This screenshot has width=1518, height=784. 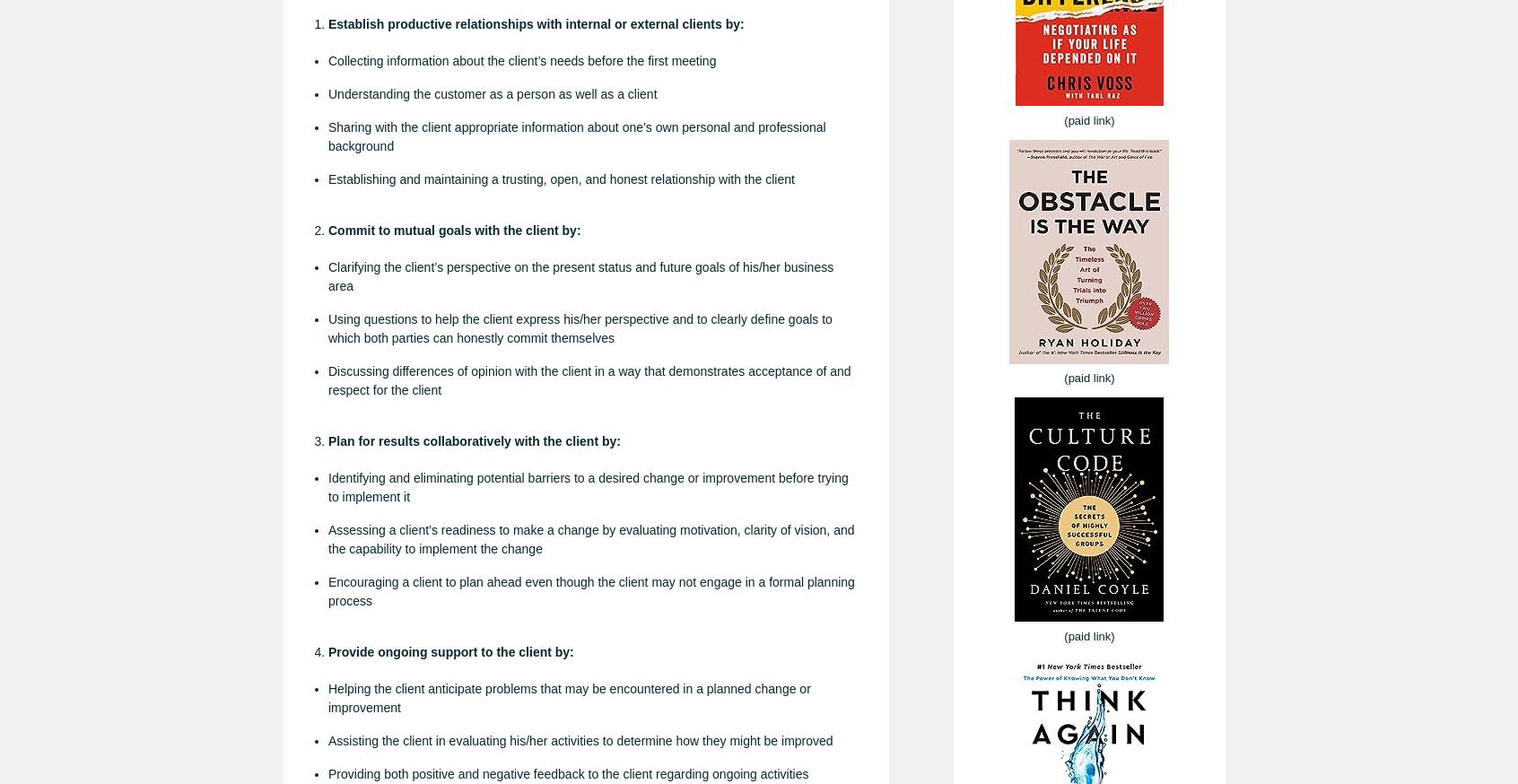 What do you see at coordinates (521, 59) in the screenshot?
I see `'Collecting information about the client’s needs before the first meeting'` at bounding box center [521, 59].